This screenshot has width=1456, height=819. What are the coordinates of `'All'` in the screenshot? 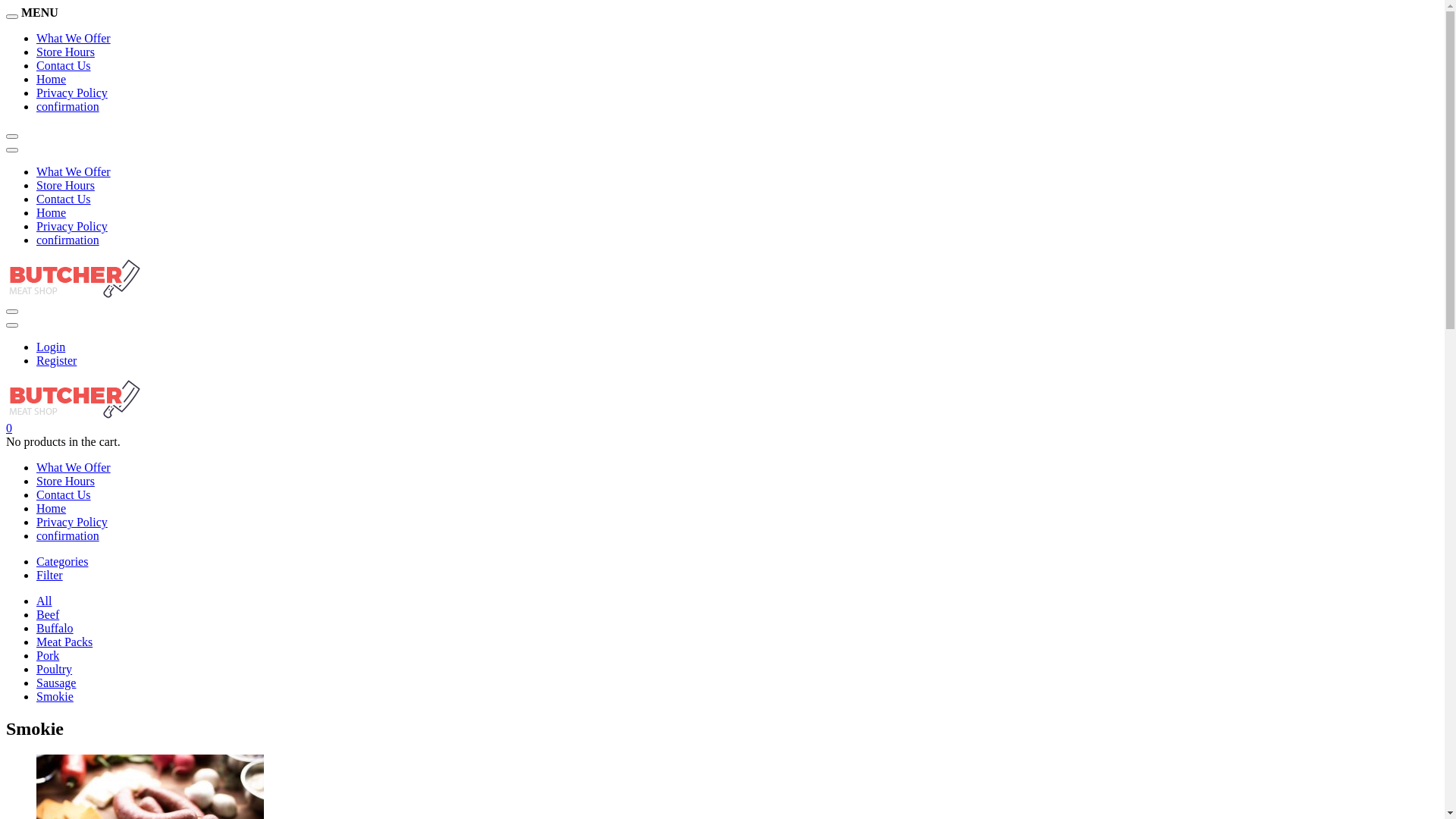 It's located at (43, 600).